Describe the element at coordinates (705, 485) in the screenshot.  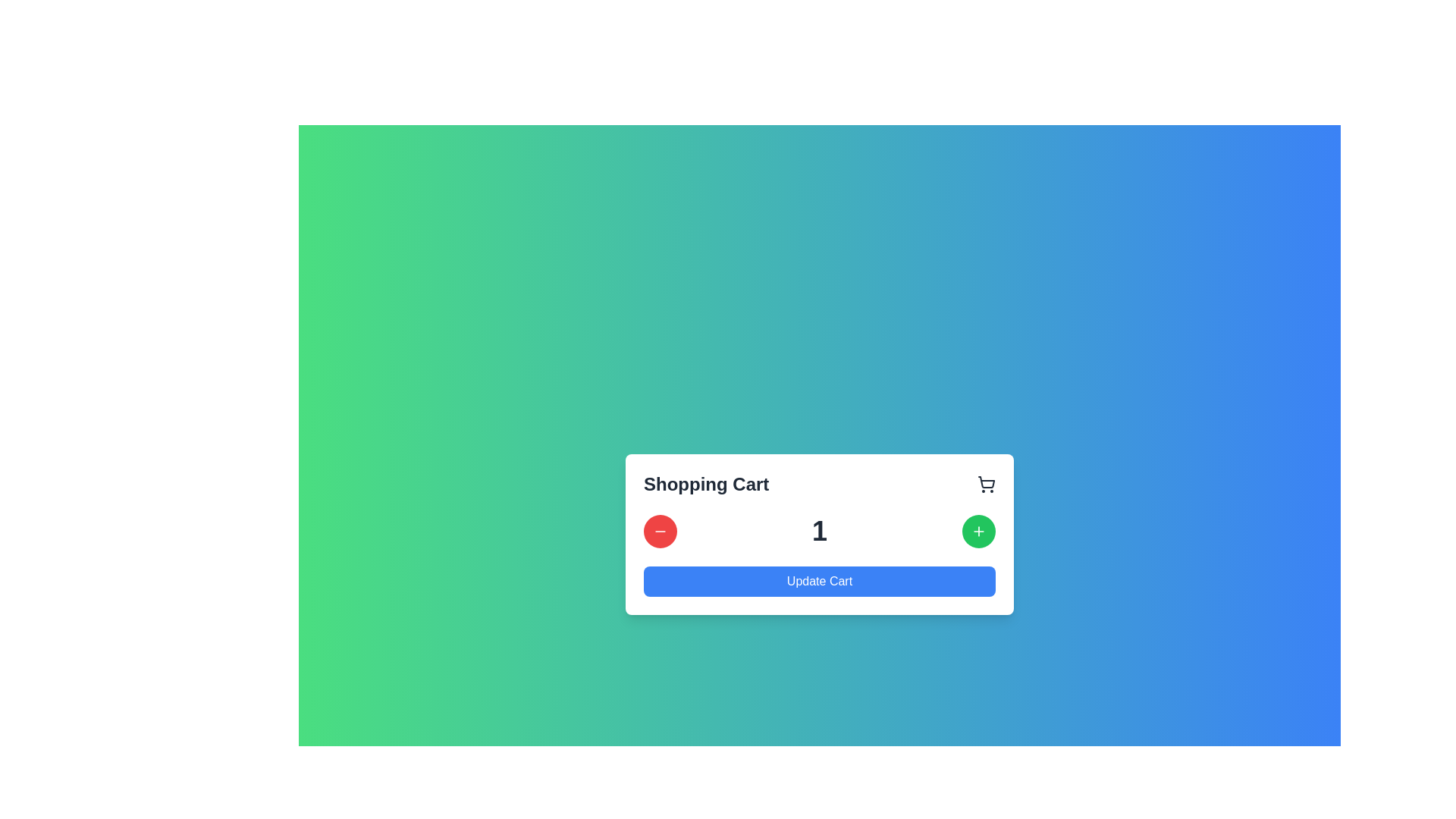
I see `the 'Shopping Cart' text label, which is prominently displayed in bold, large black font at the top-left corner of the cart interface` at that location.